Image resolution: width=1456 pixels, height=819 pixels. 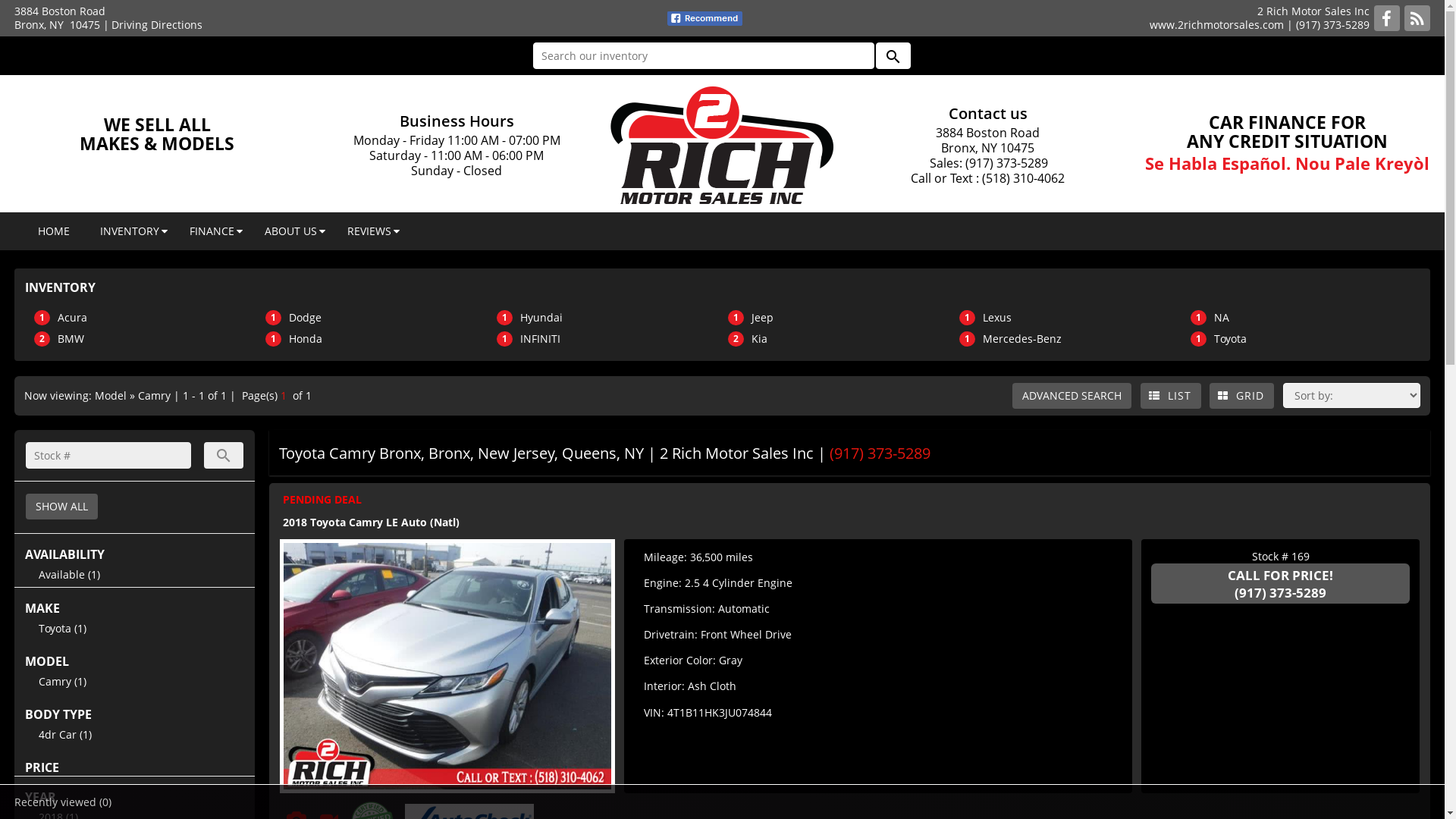 What do you see at coordinates (1012, 394) in the screenshot?
I see `'ADVANCED SEARCH'` at bounding box center [1012, 394].